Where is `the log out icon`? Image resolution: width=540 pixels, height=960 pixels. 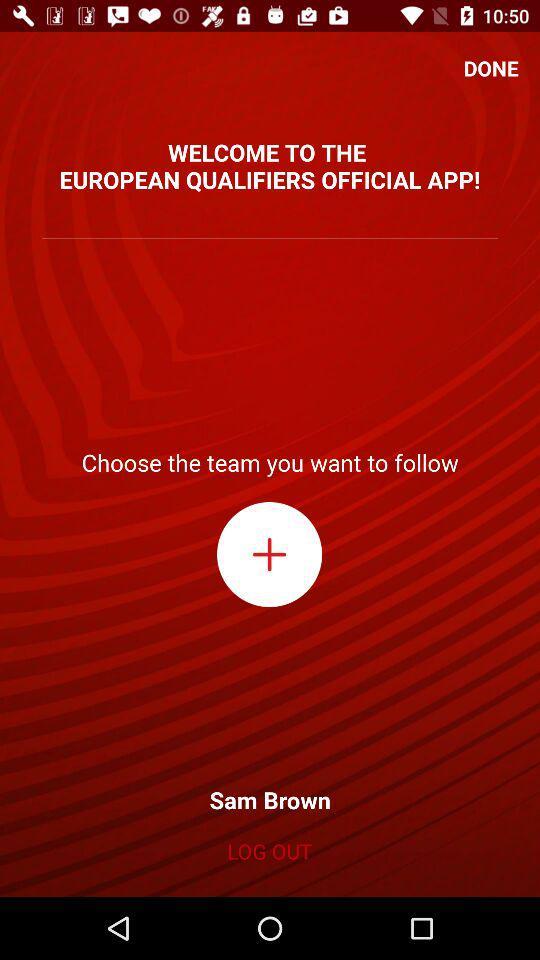
the log out icon is located at coordinates (269, 850).